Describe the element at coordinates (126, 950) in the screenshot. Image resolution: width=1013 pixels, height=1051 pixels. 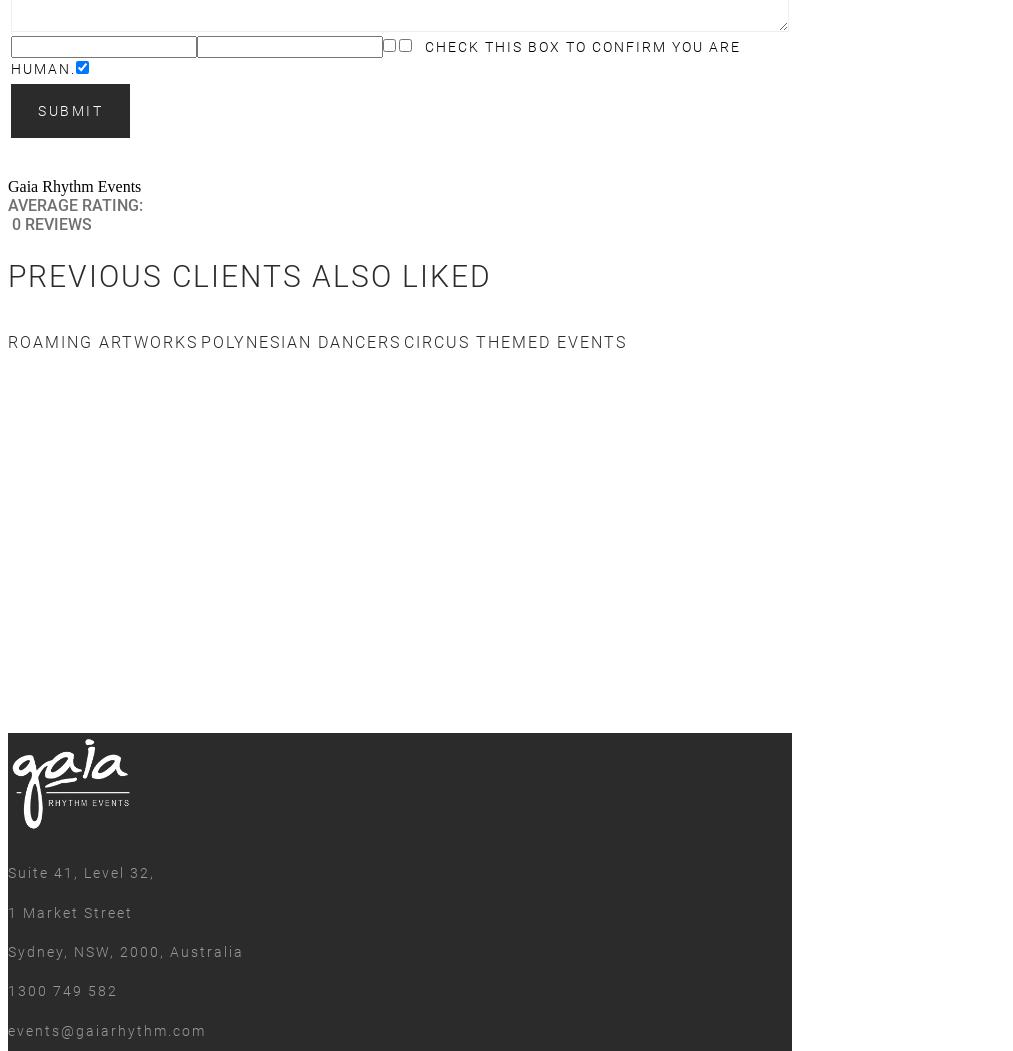
I see `'Sydney, NSW, 2000, Australia'` at that location.